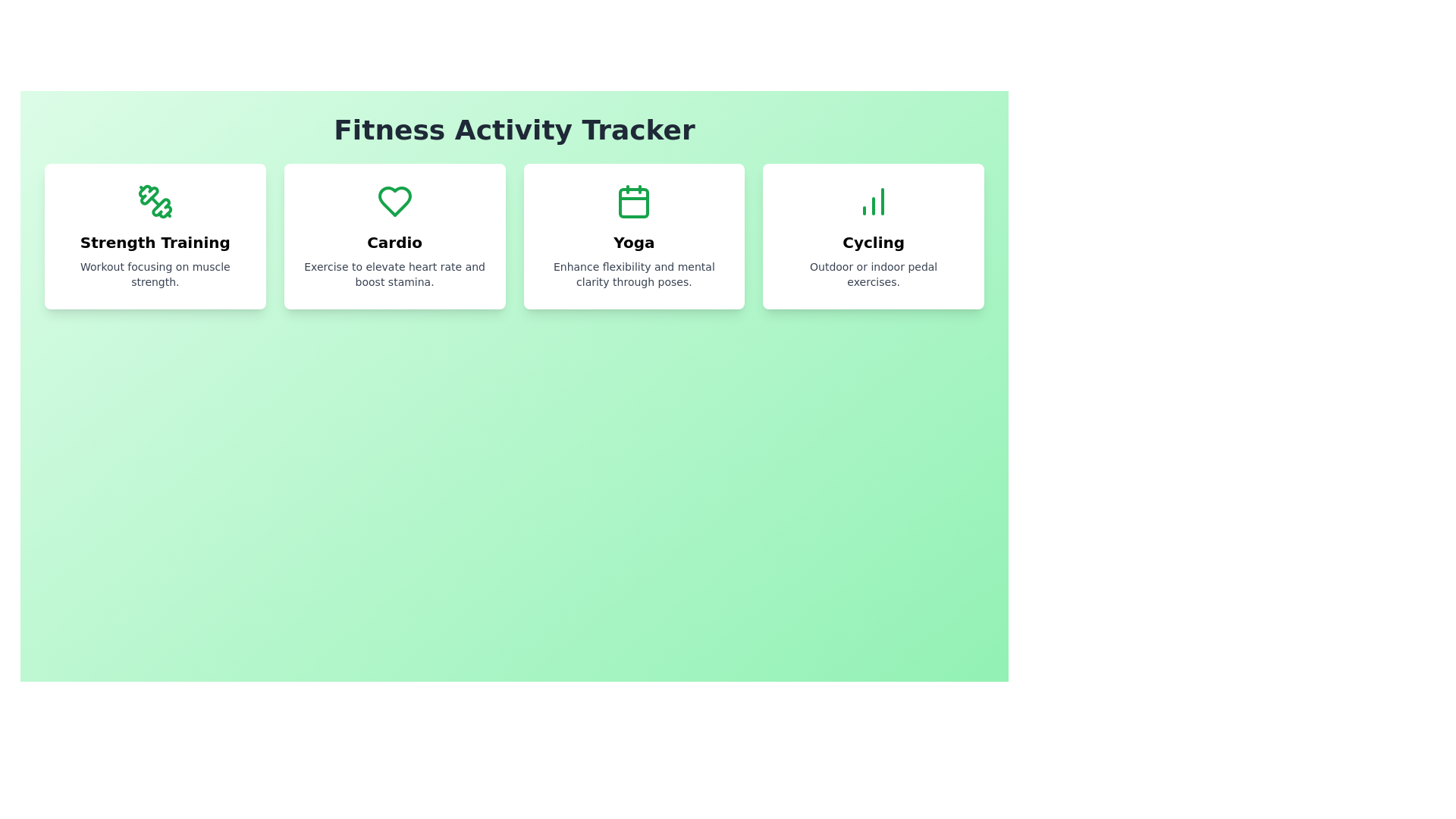 The width and height of the screenshot is (1456, 819). Describe the element at coordinates (634, 202) in the screenshot. I see `the Decorative Graphic Element, which is a rectangular shape with rounded corners enclosed within a green calendar icon, located above the 'Yoga' card in the interface` at that location.